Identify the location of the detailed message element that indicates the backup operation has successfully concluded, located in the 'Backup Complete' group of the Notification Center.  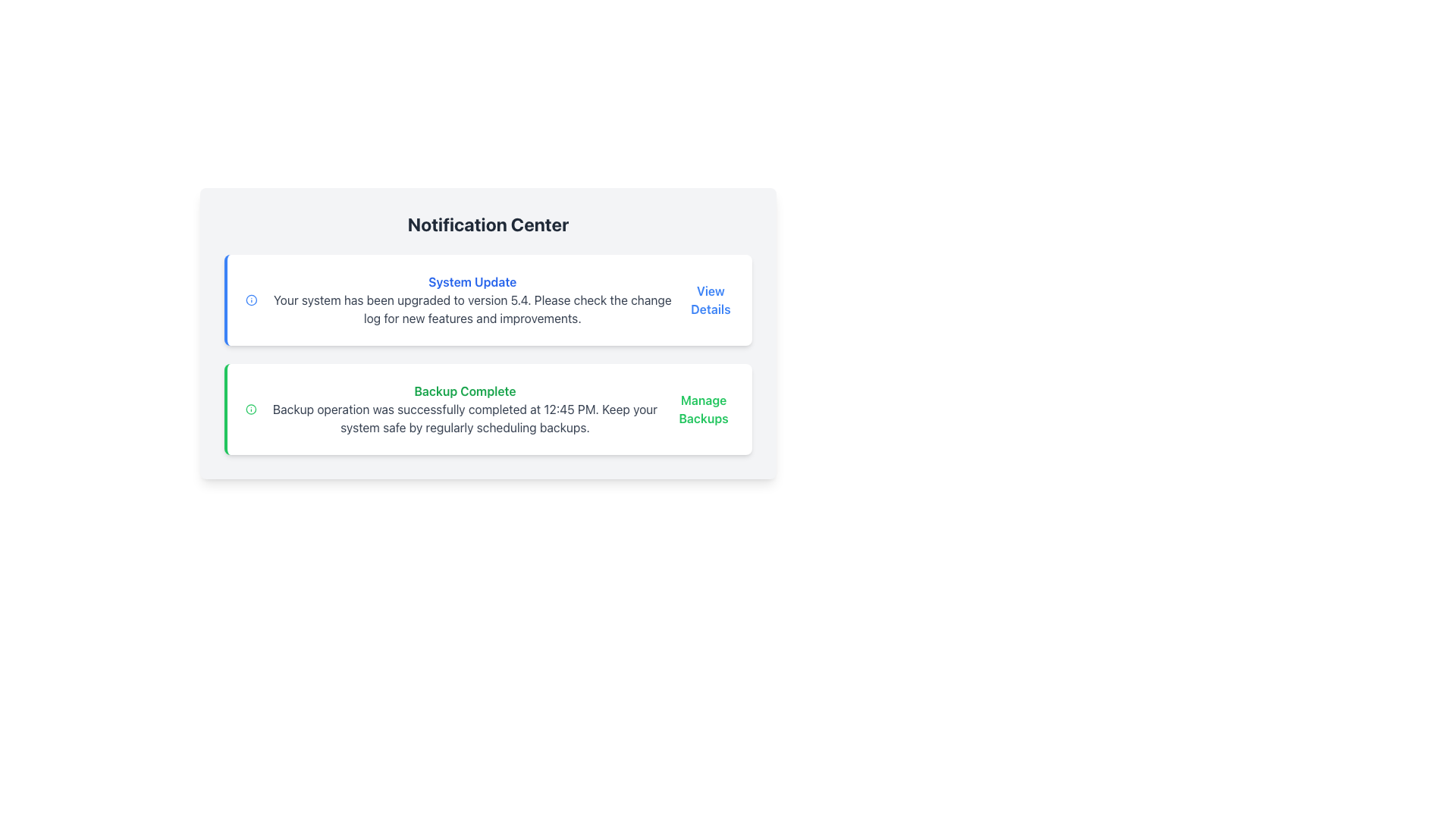
(464, 418).